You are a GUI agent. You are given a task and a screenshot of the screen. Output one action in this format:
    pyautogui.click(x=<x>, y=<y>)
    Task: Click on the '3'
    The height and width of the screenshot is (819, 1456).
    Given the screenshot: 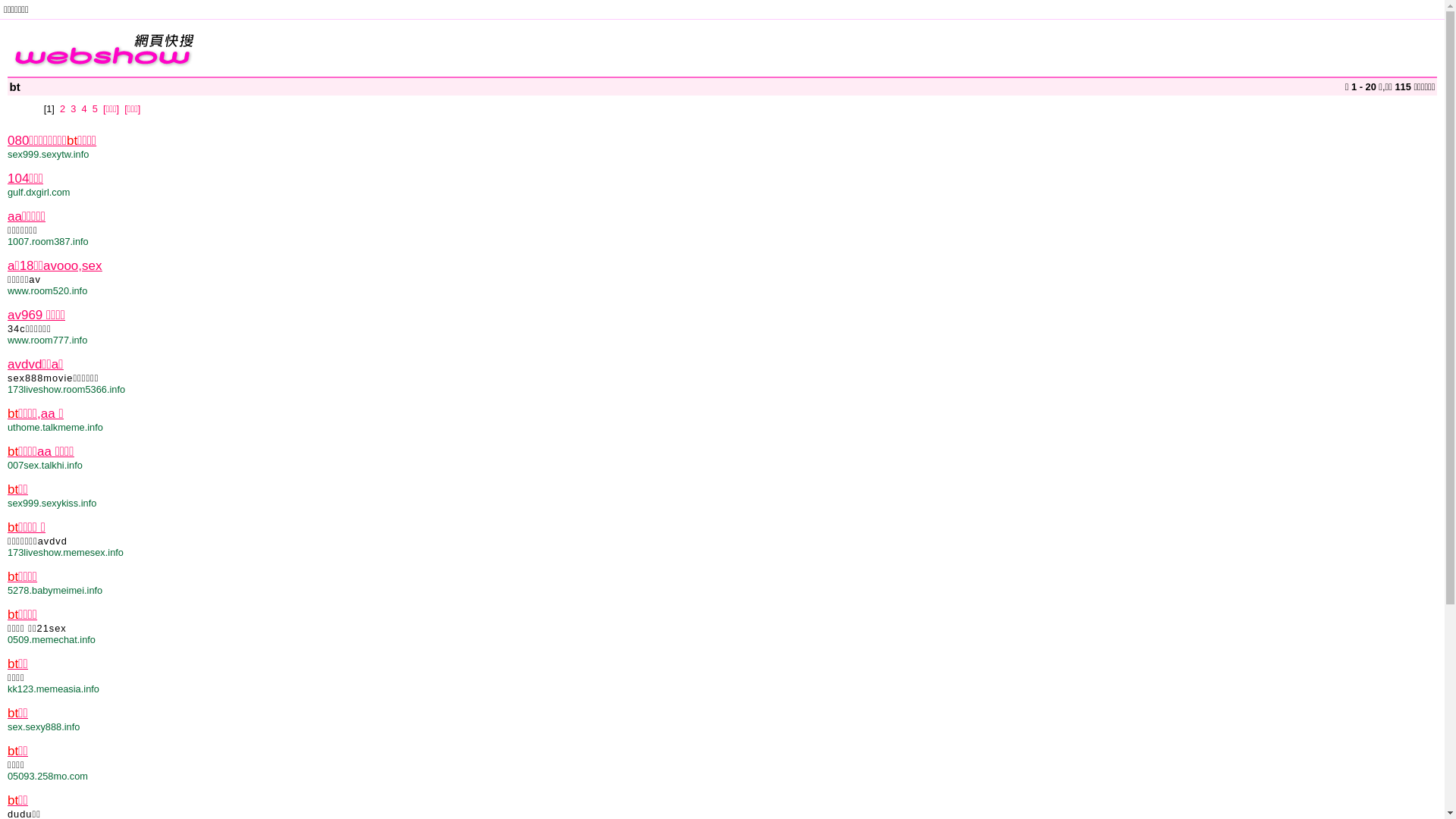 What is the action you would take?
    pyautogui.click(x=72, y=108)
    